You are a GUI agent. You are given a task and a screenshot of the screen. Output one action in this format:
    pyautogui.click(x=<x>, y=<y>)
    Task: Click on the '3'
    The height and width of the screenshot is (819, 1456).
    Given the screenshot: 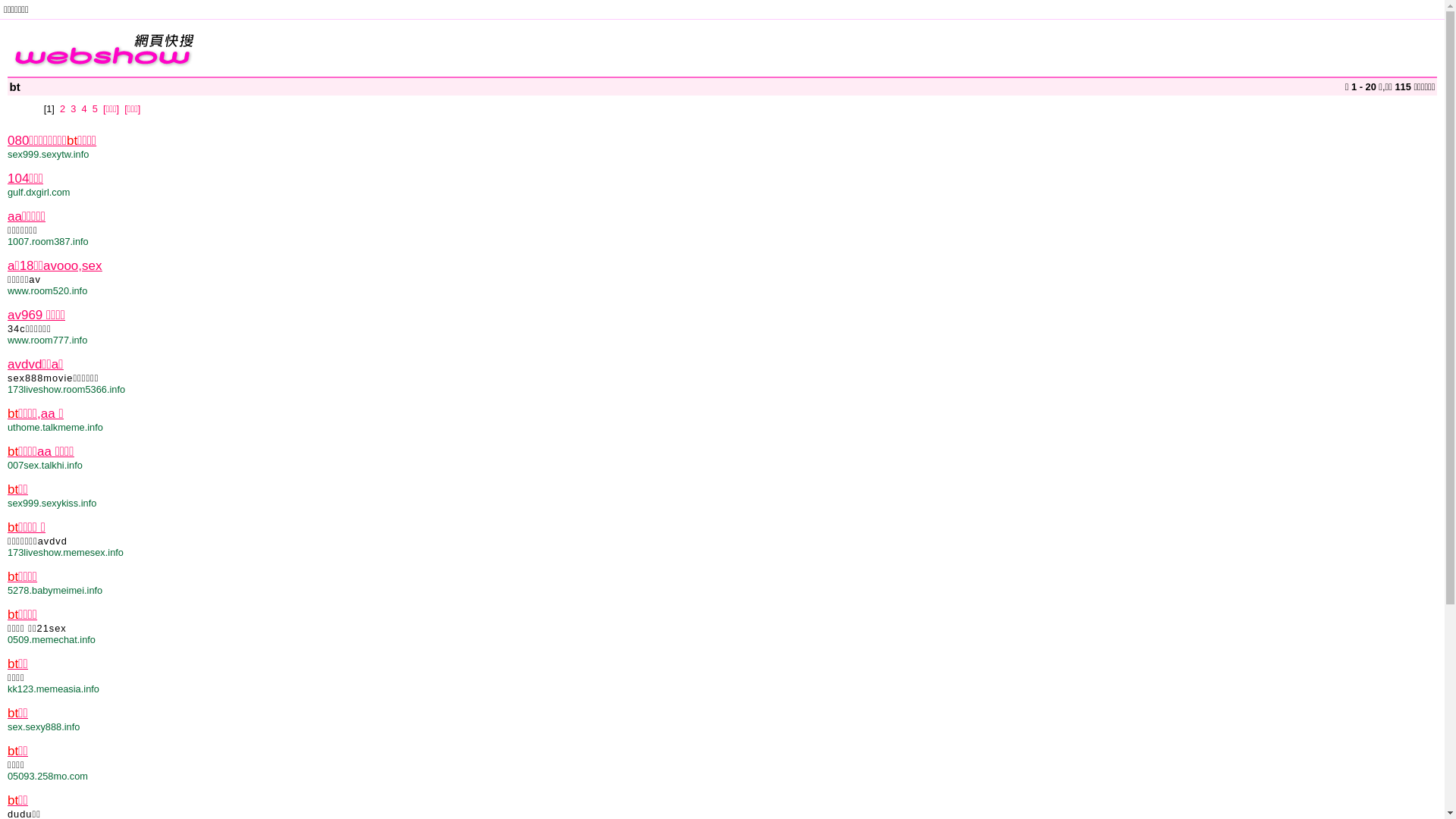 What is the action you would take?
    pyautogui.click(x=72, y=108)
    